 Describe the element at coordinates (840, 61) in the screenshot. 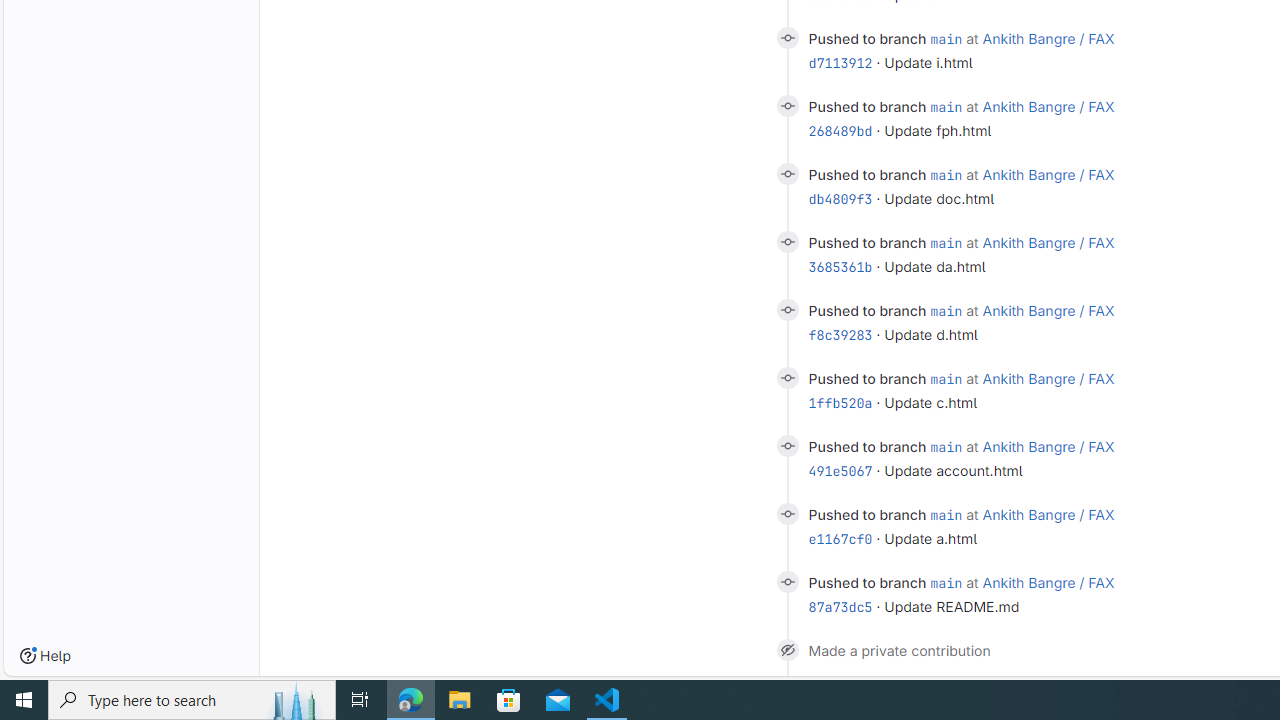

I see `'d7113912'` at that location.